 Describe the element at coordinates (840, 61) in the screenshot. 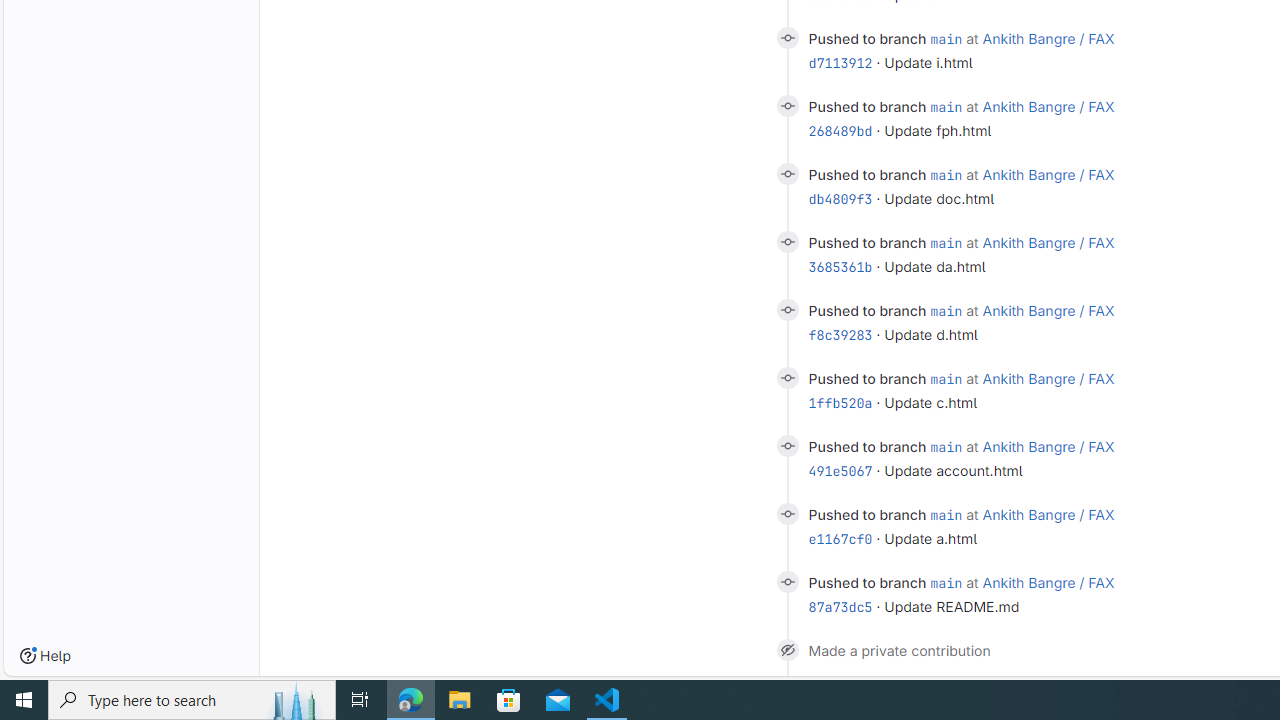

I see `'d7113912'` at that location.